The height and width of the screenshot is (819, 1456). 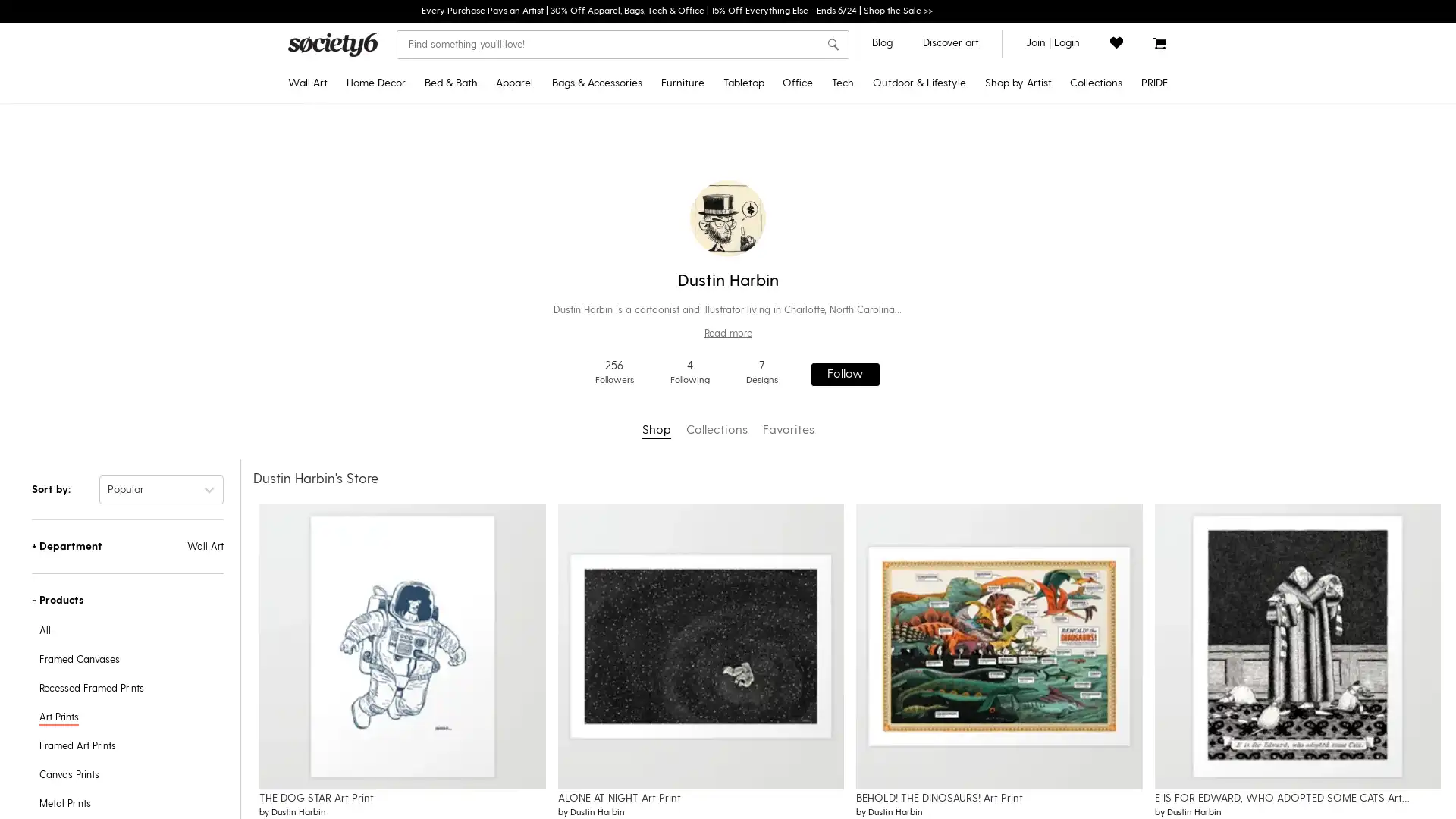 What do you see at coordinates (939, 244) in the screenshot?
I see `Outdoor Throw Pillows` at bounding box center [939, 244].